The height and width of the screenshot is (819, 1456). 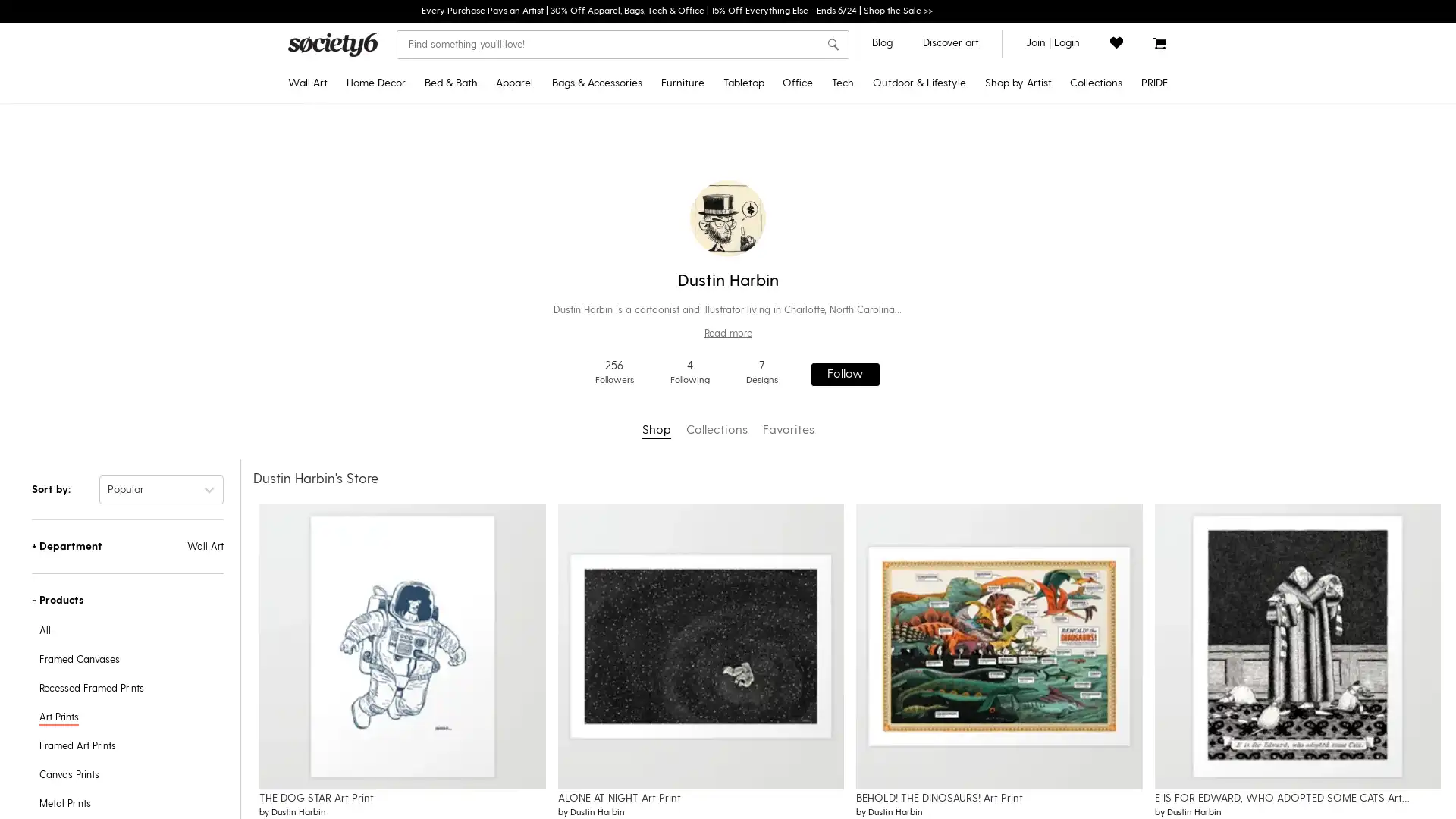 What do you see at coordinates (939, 244) in the screenshot?
I see `Outdoor Throw Pillows` at bounding box center [939, 244].